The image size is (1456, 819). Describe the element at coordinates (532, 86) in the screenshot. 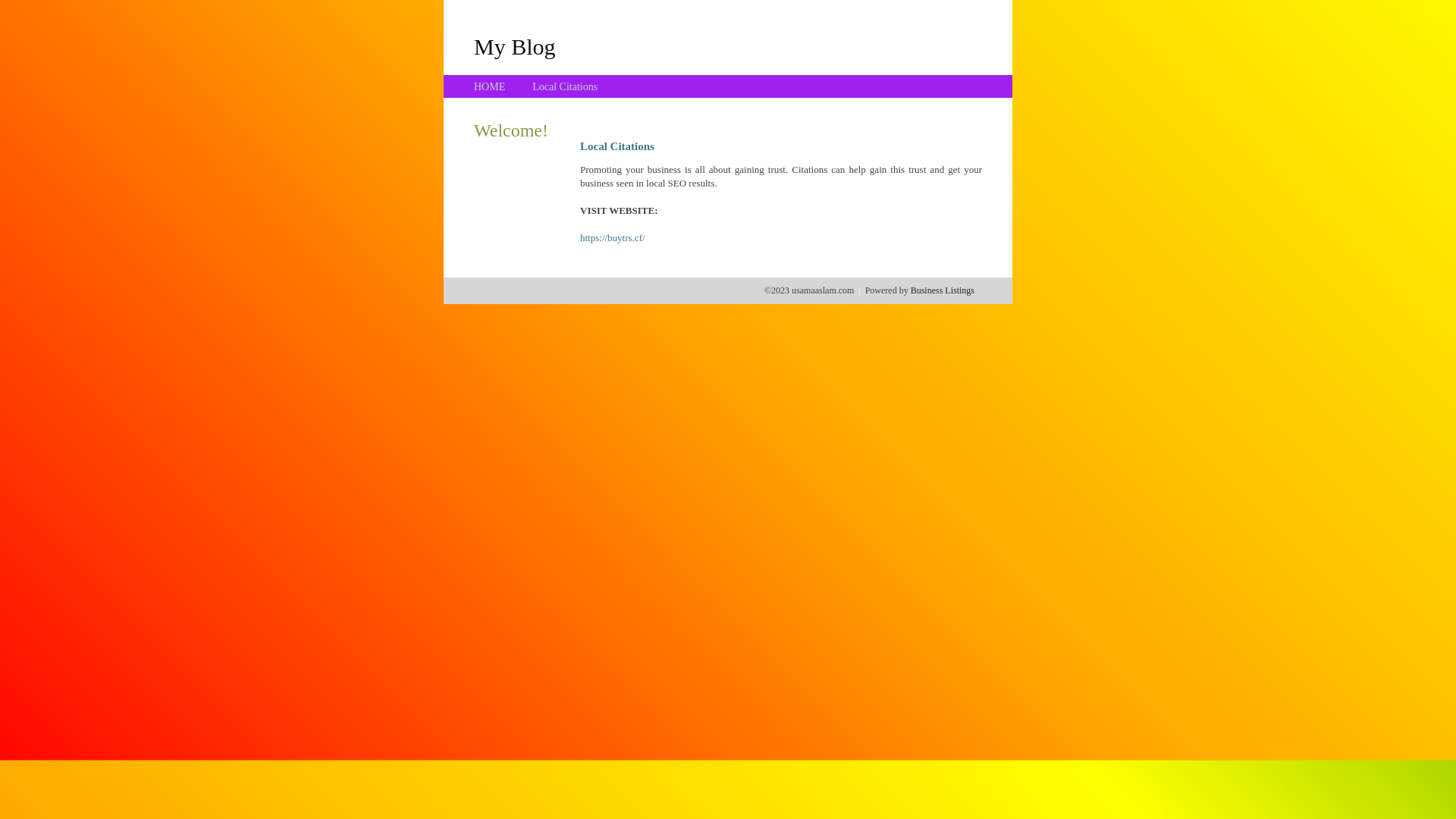

I see `'Local Citations'` at that location.